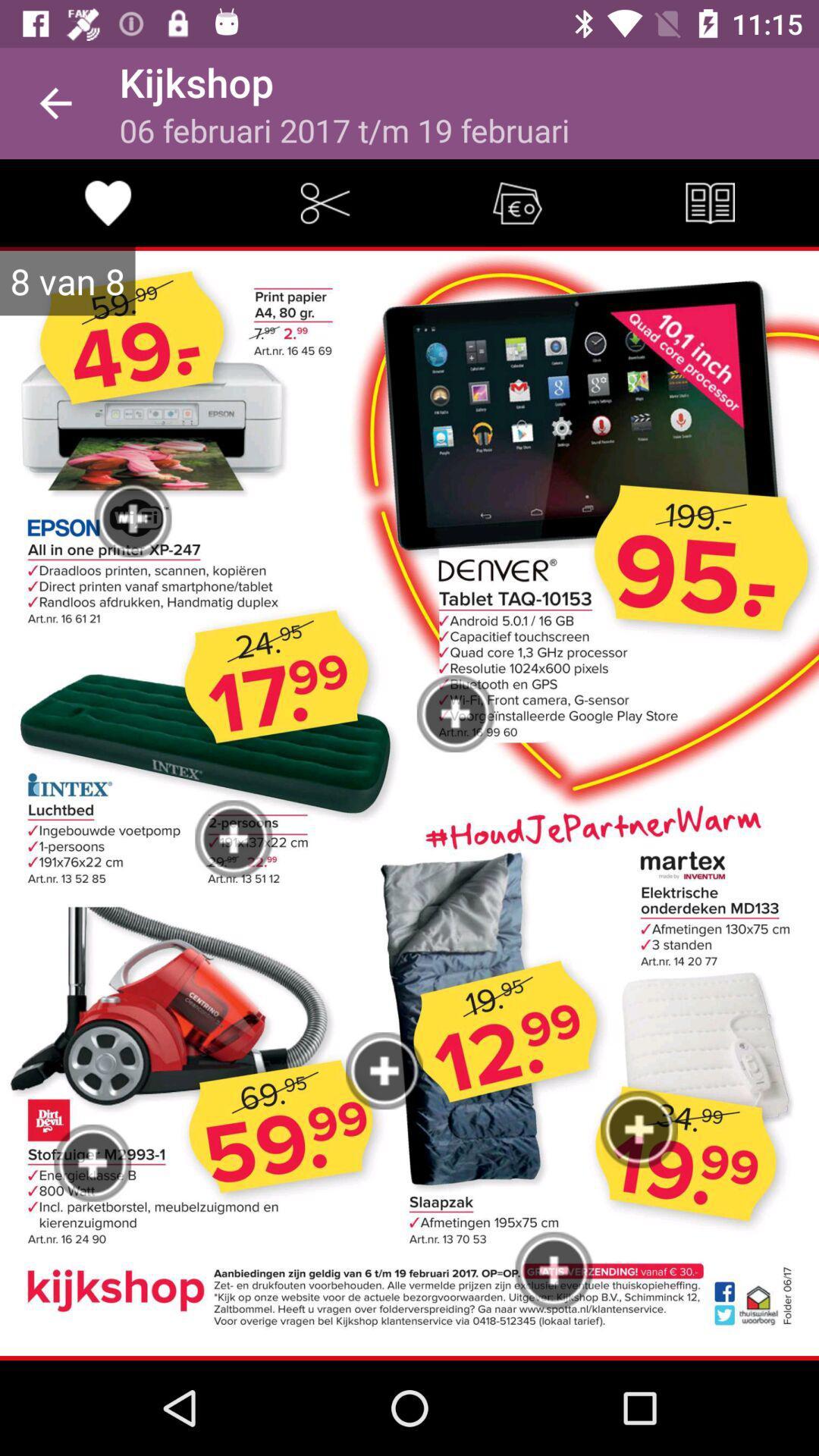  Describe the element at coordinates (324, 202) in the screenshot. I see `the flash icon` at that location.